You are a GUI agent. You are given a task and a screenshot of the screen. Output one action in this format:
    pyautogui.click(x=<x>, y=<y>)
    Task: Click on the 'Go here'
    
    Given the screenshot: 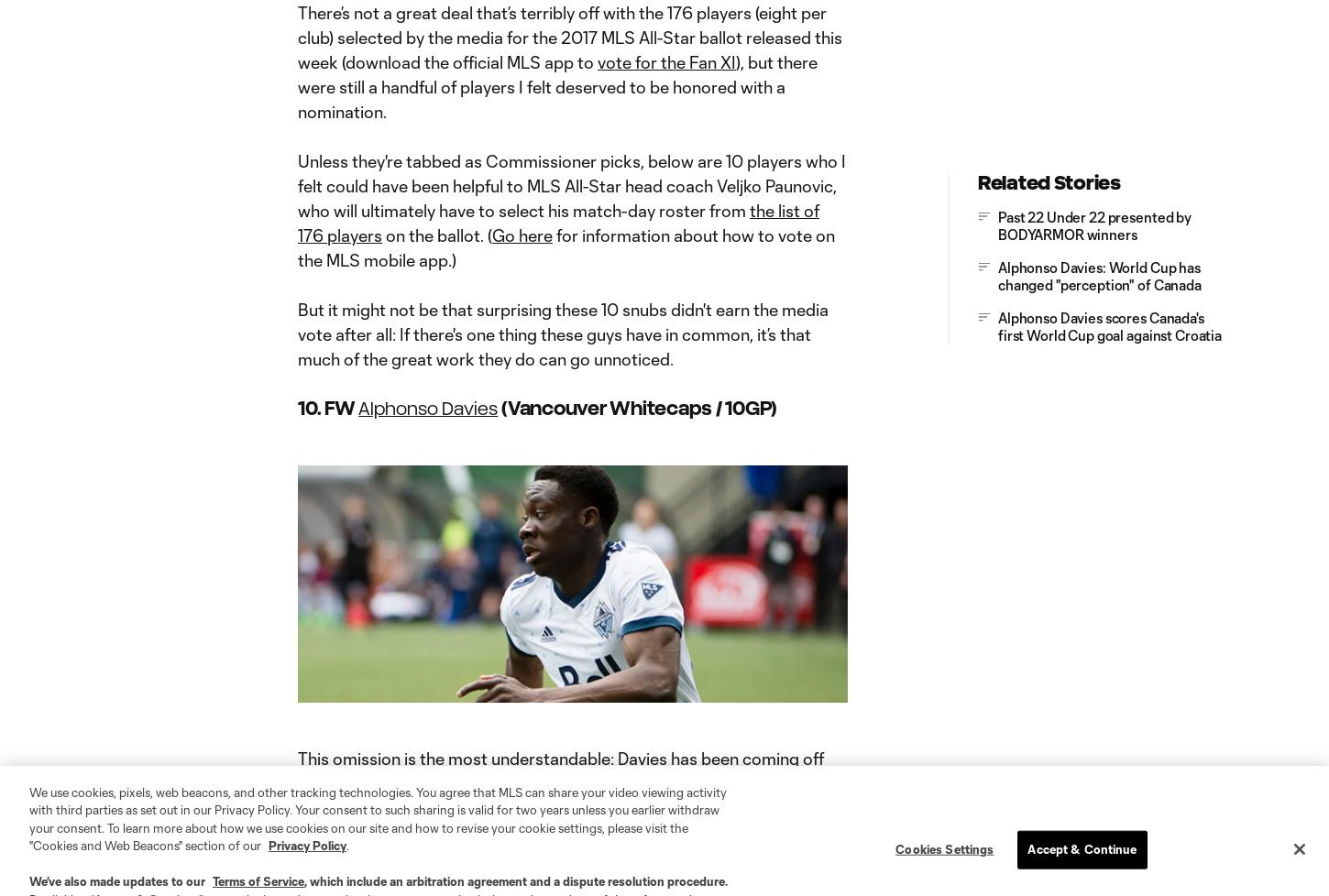 What is the action you would take?
    pyautogui.click(x=522, y=234)
    